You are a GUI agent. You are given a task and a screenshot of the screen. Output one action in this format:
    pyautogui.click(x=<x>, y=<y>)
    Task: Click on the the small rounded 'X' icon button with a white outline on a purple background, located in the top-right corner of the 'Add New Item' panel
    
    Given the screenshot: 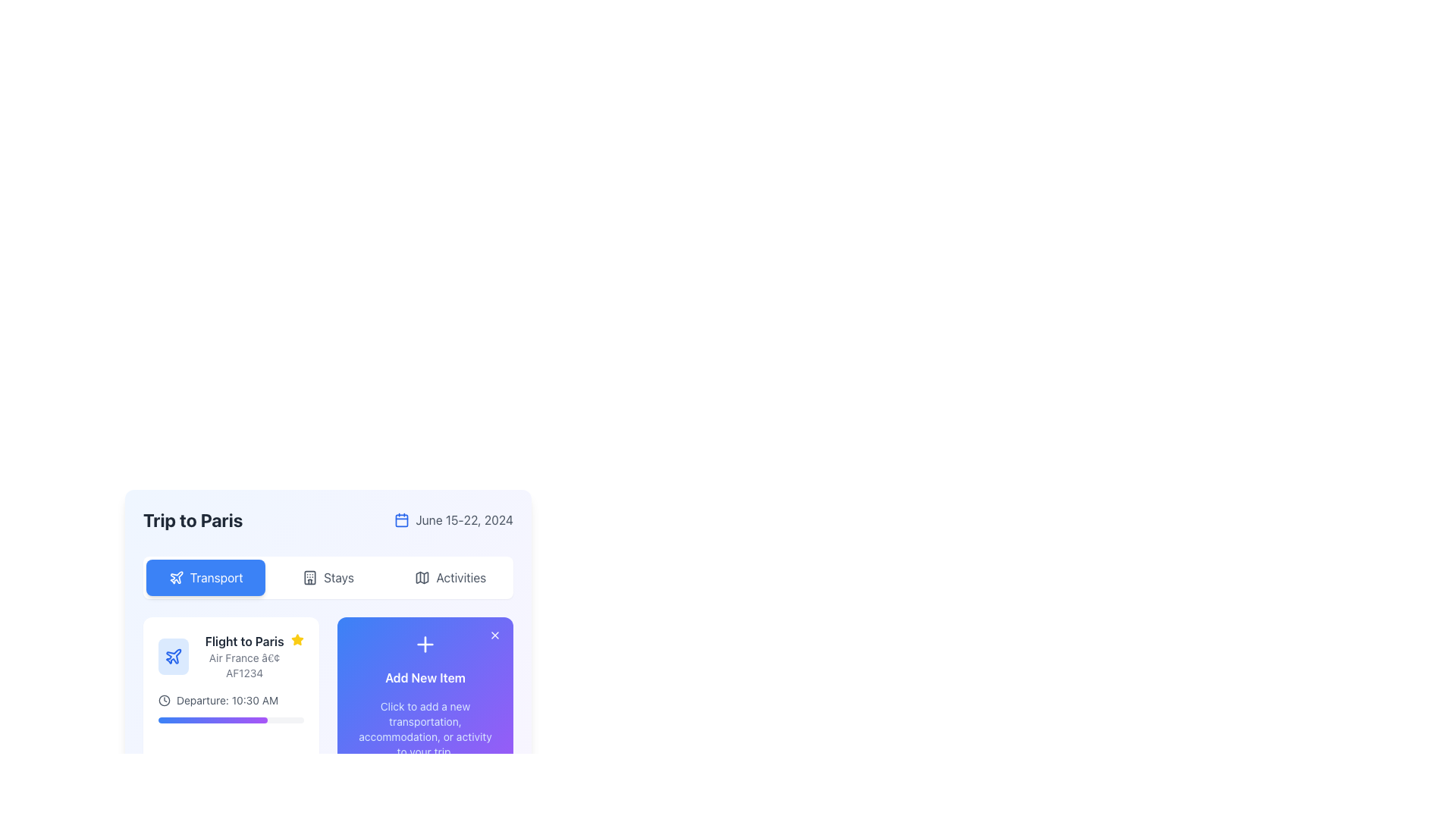 What is the action you would take?
    pyautogui.click(x=494, y=635)
    